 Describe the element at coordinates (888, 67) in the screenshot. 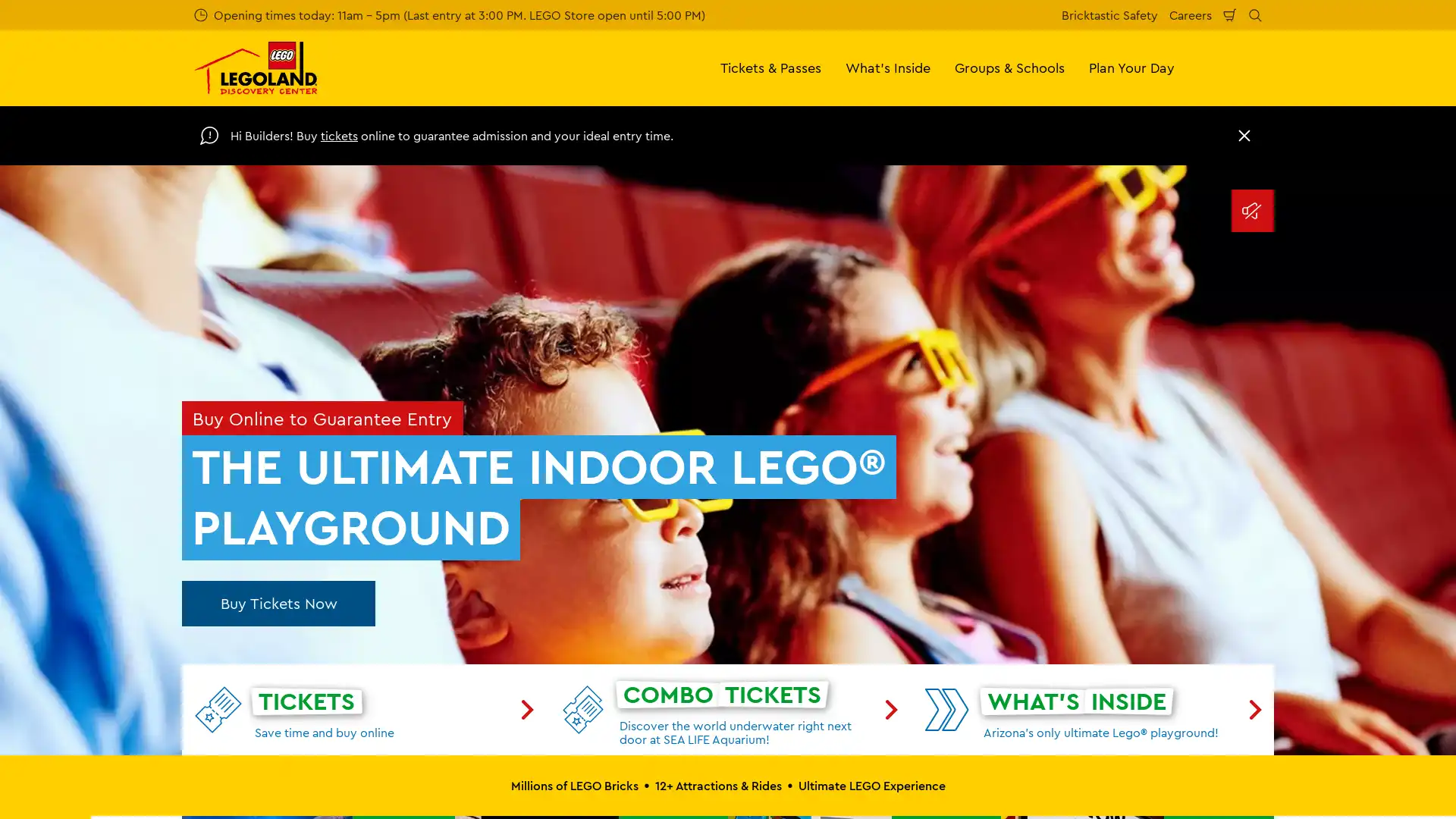

I see `What's Inside` at that location.